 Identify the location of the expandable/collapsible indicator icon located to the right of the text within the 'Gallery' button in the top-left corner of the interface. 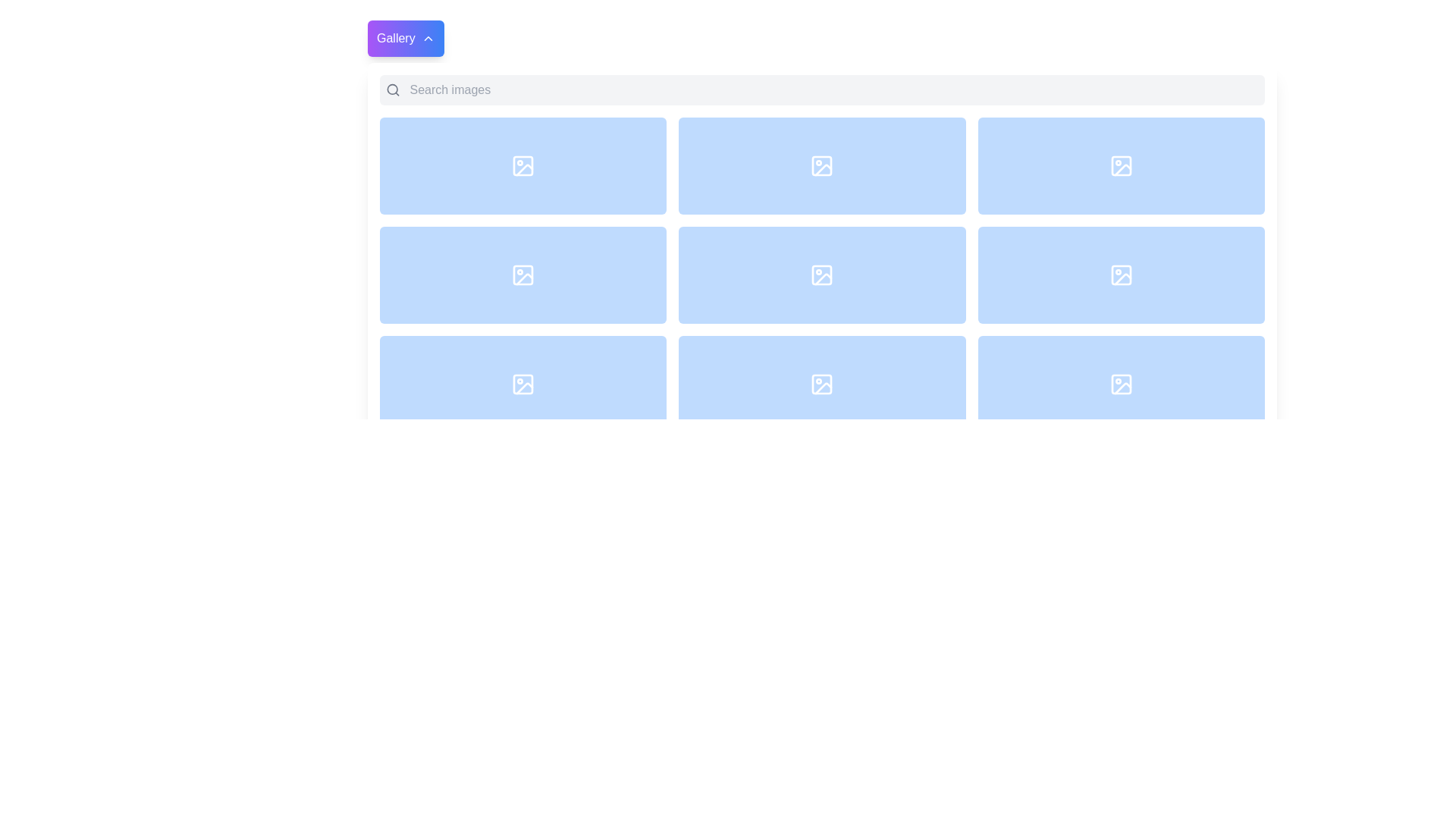
(427, 37).